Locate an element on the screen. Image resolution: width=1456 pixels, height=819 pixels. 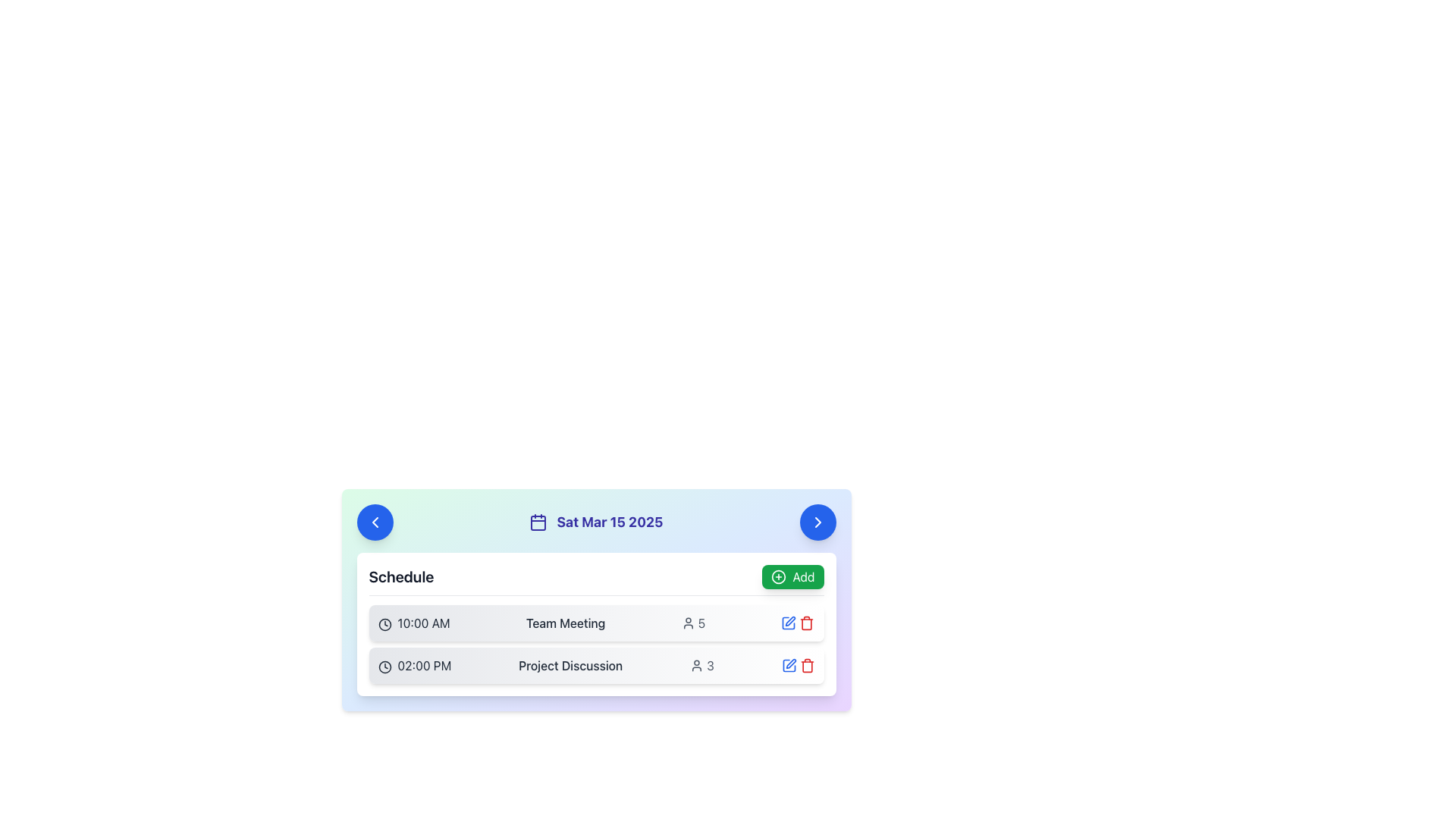
the circular icon with a plus symbol inside, located at the top-right of the schedule section is located at coordinates (779, 576).